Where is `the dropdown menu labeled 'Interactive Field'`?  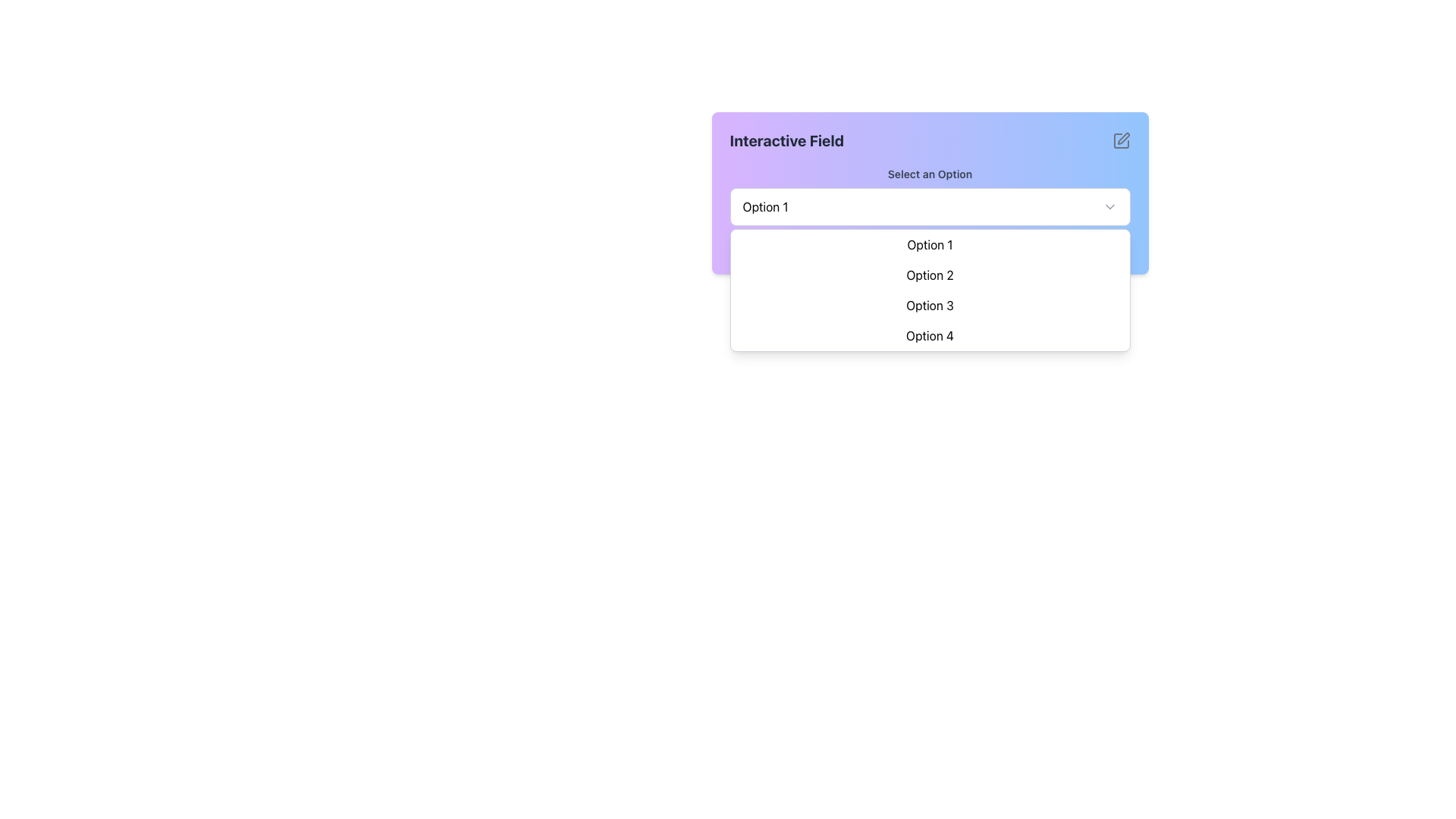 the dropdown menu labeled 'Interactive Field' is located at coordinates (929, 192).